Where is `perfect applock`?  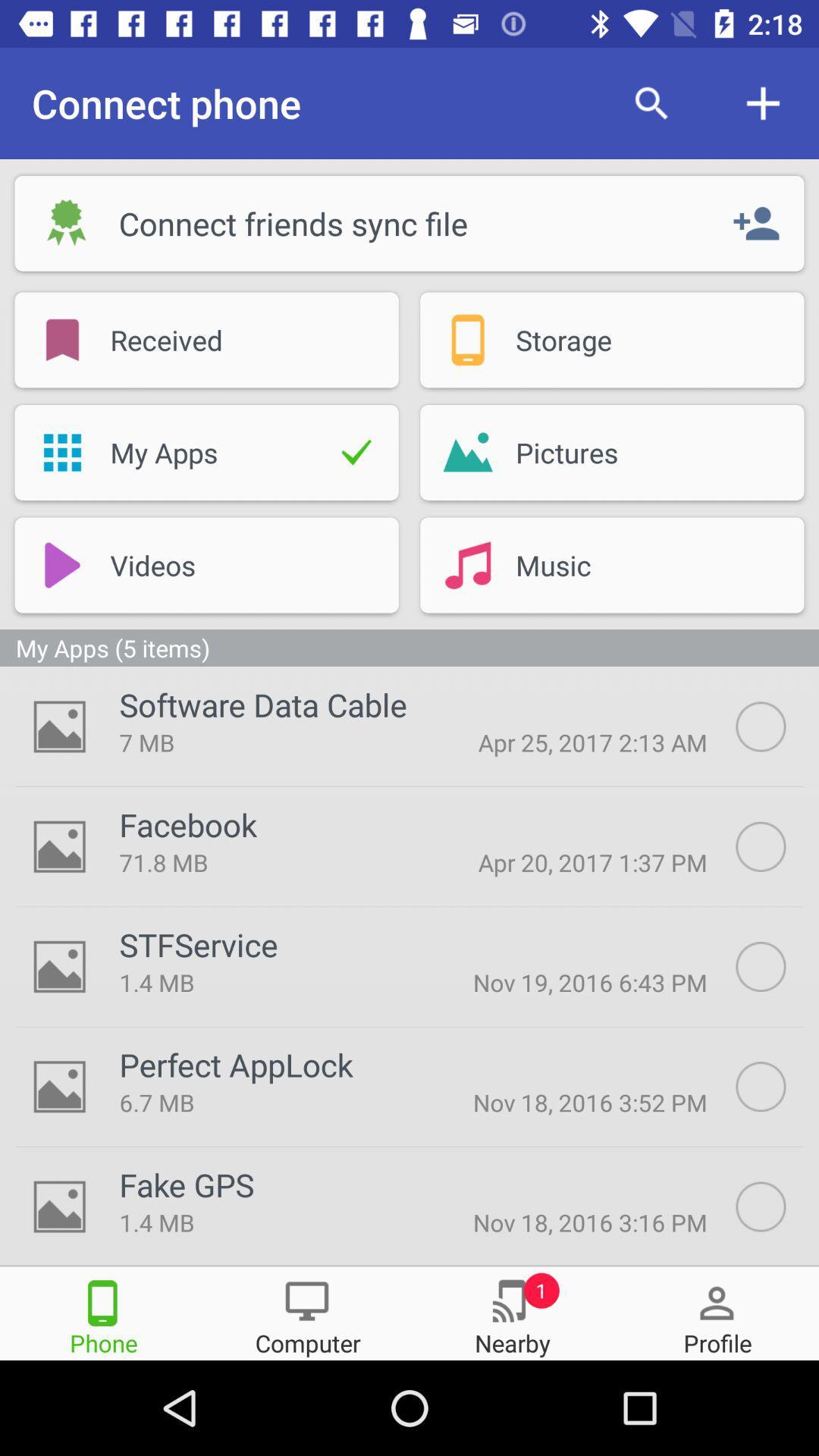 perfect applock is located at coordinates (777, 1086).